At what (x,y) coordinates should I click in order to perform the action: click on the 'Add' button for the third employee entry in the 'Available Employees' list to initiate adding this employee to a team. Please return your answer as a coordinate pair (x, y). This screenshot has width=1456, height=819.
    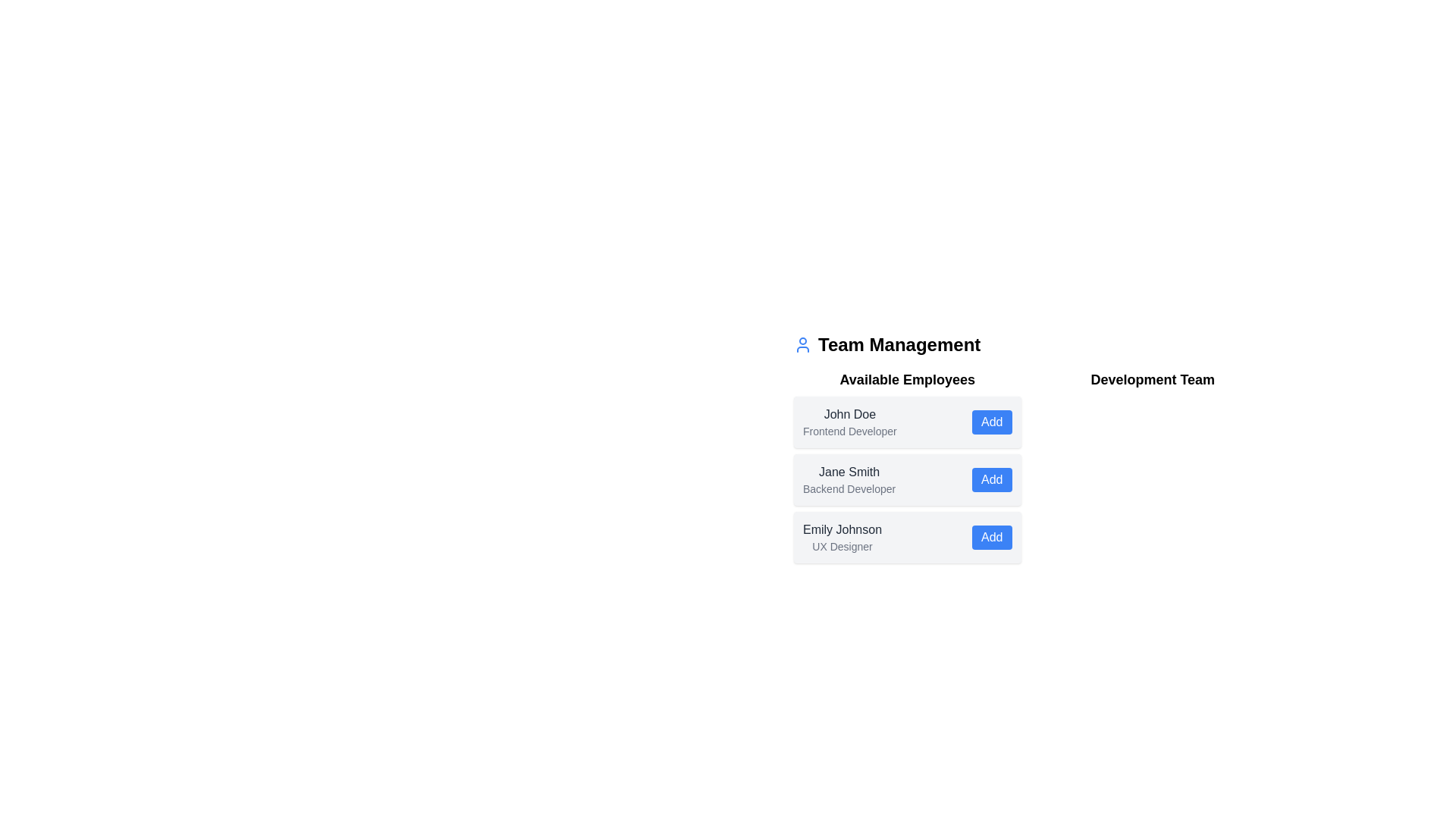
    Looking at the image, I should click on (907, 537).